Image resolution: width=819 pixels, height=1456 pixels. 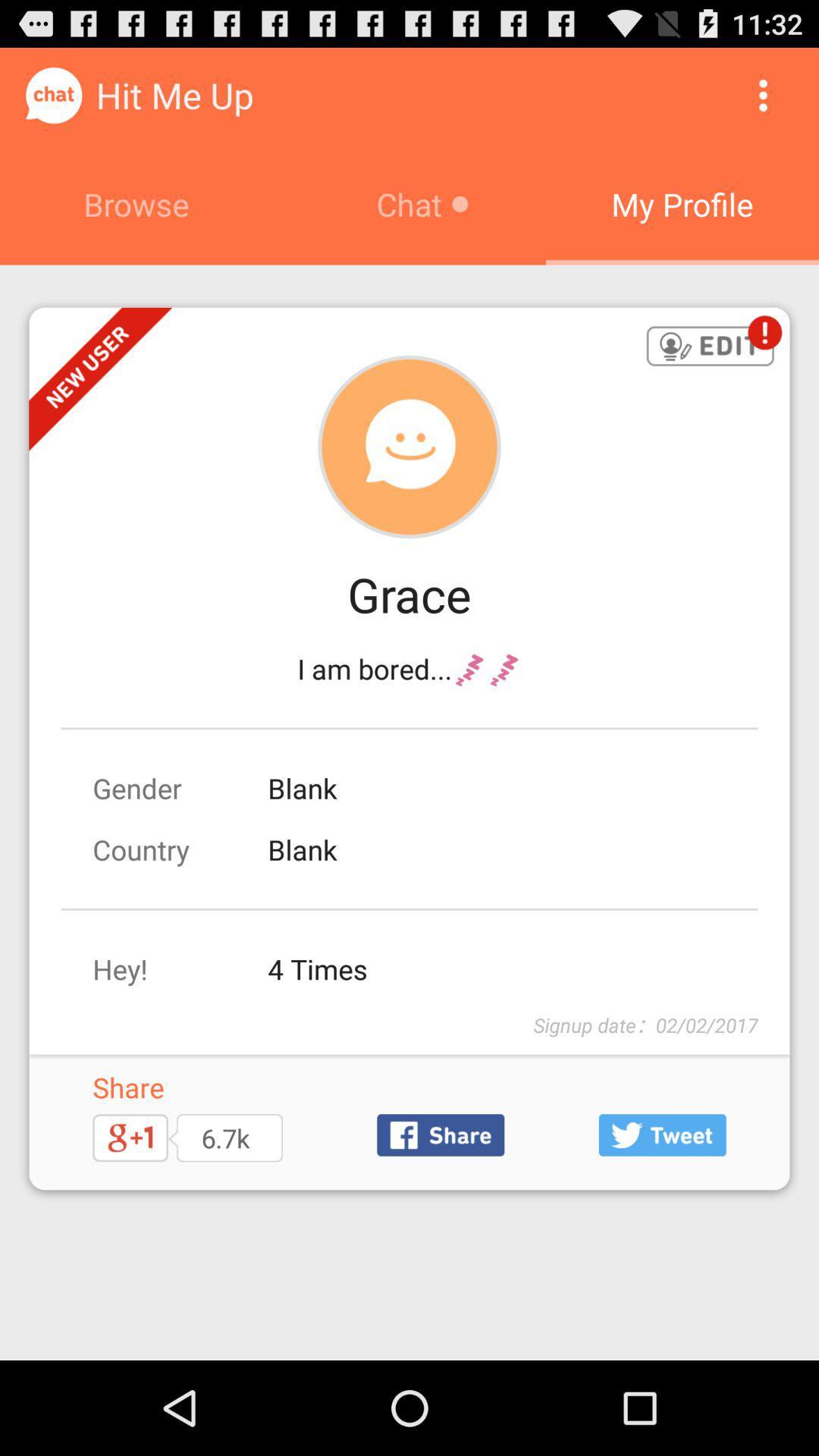 I want to click on twitter link share button, so click(x=661, y=1135).